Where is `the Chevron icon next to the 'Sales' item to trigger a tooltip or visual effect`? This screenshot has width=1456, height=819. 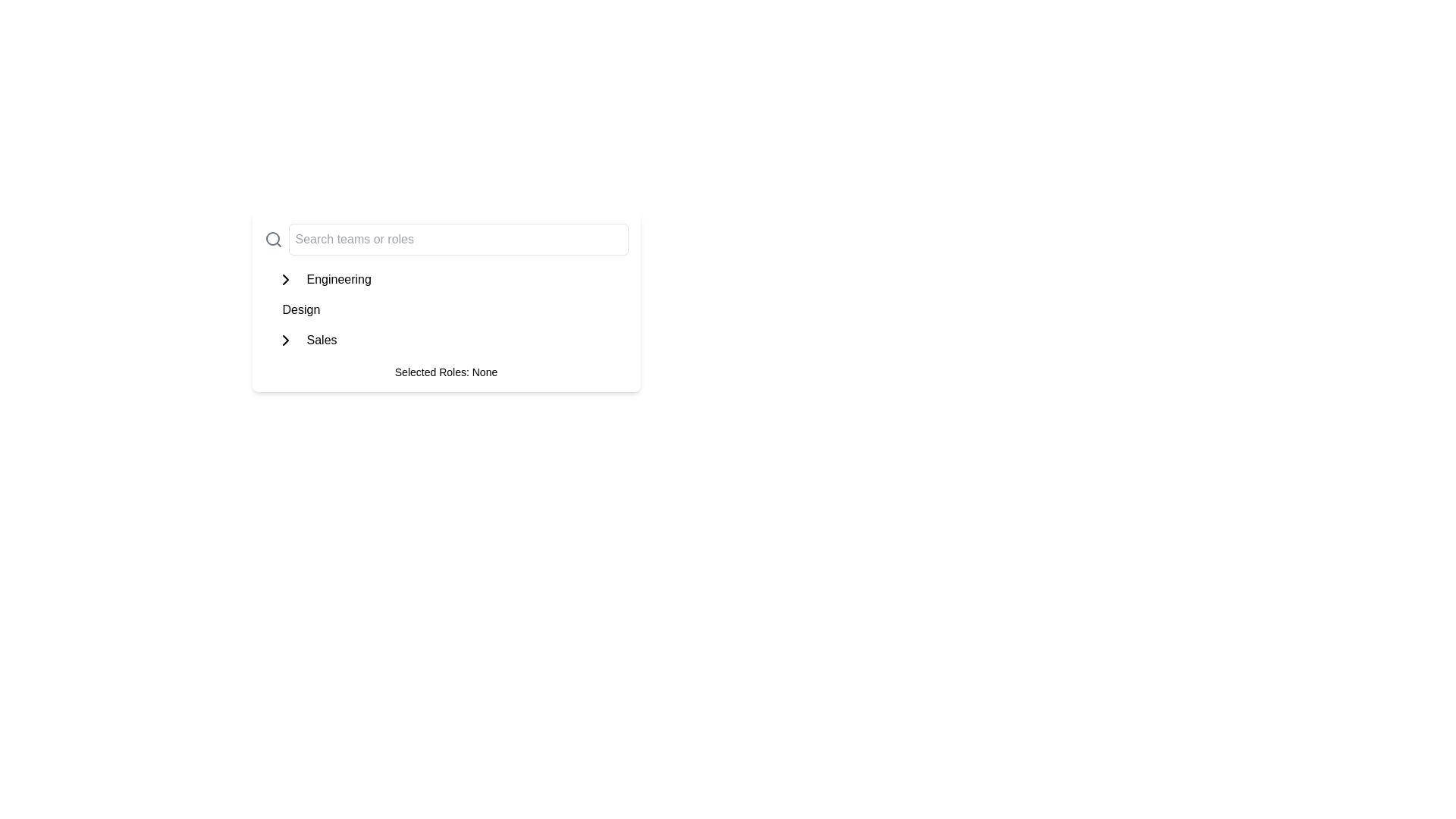 the Chevron icon next to the 'Sales' item to trigger a tooltip or visual effect is located at coordinates (285, 280).